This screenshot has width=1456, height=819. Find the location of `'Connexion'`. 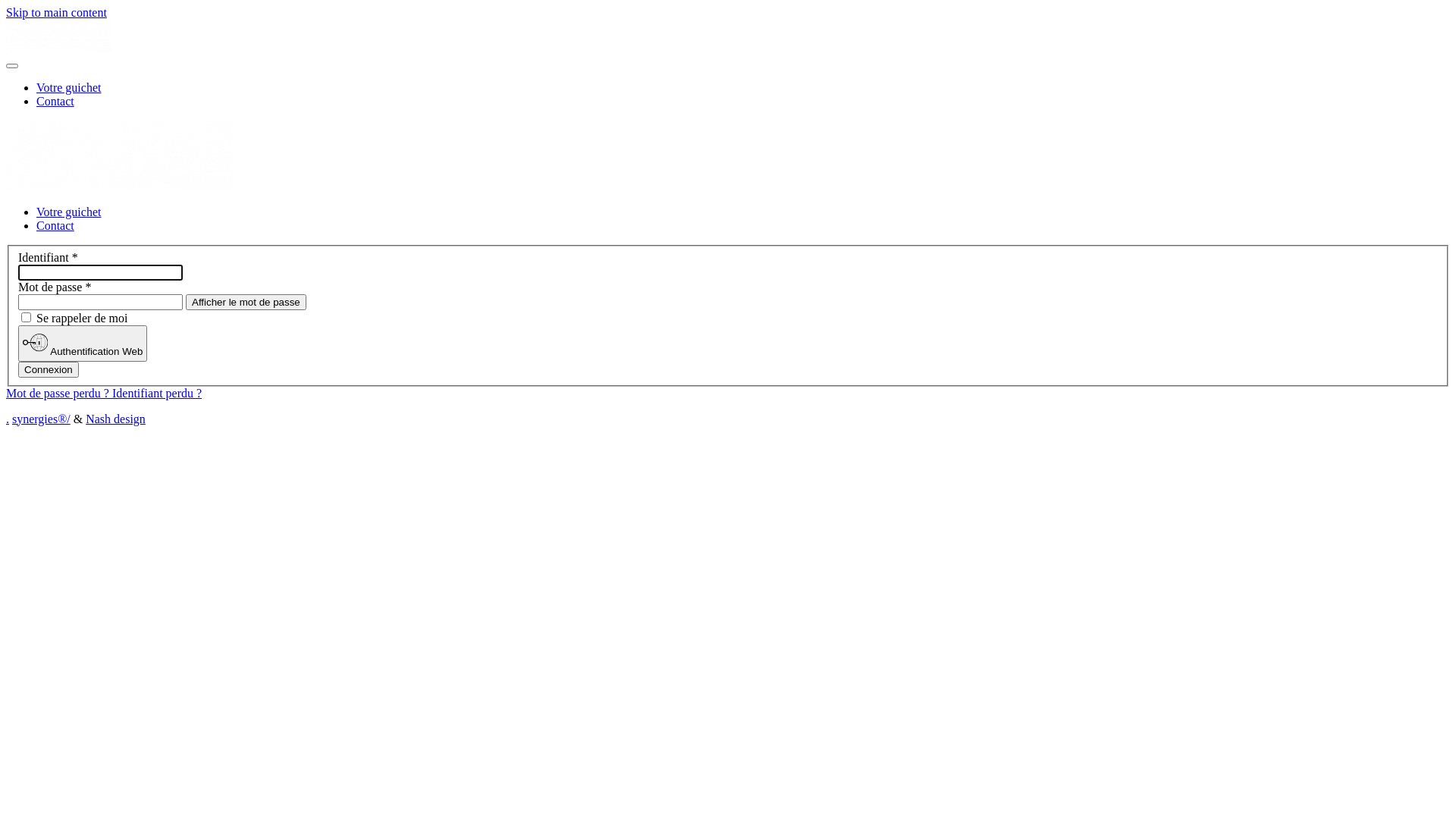

'Connexion' is located at coordinates (48, 369).